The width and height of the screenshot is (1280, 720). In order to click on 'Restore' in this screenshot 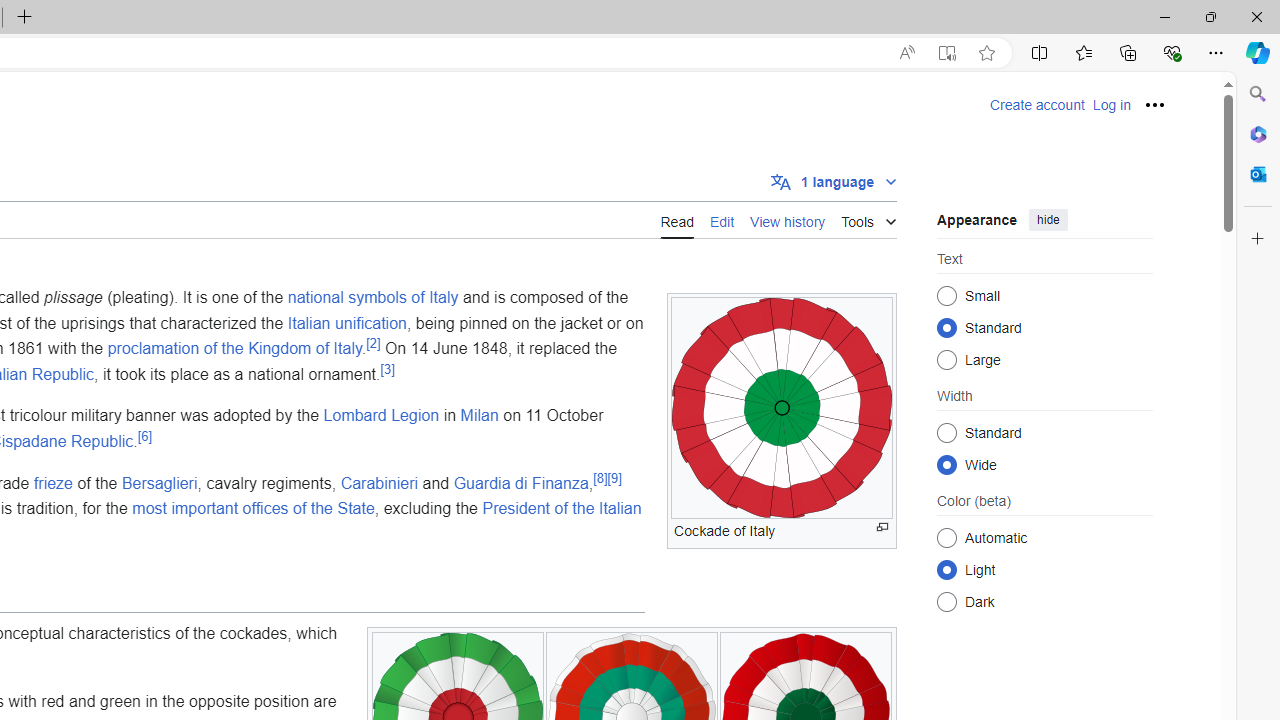, I will do `click(1209, 16)`.